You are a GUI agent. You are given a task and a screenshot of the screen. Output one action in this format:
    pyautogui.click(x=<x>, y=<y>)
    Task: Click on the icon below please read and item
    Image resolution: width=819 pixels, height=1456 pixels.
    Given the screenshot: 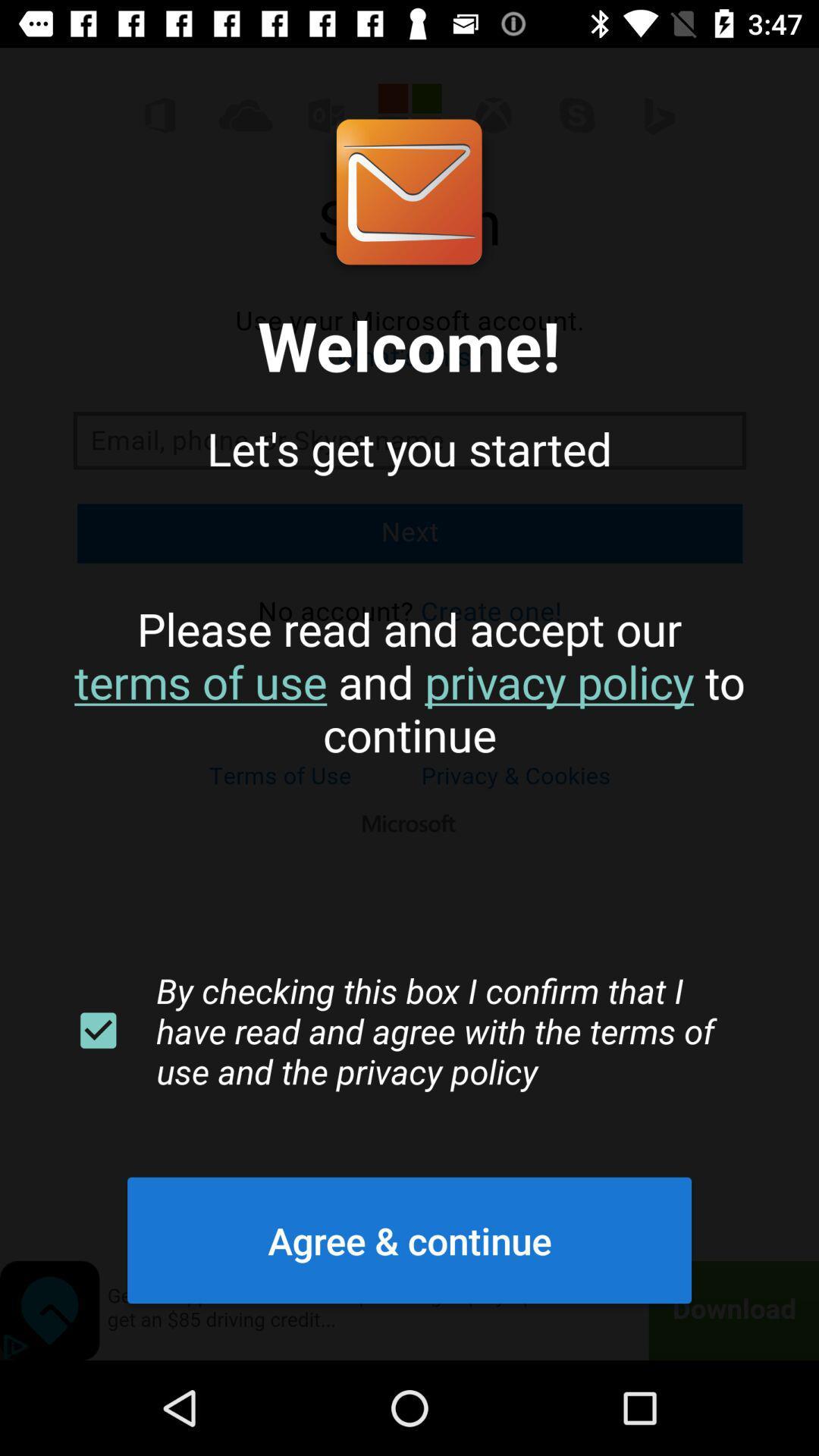 What is the action you would take?
    pyautogui.click(x=98, y=1031)
    